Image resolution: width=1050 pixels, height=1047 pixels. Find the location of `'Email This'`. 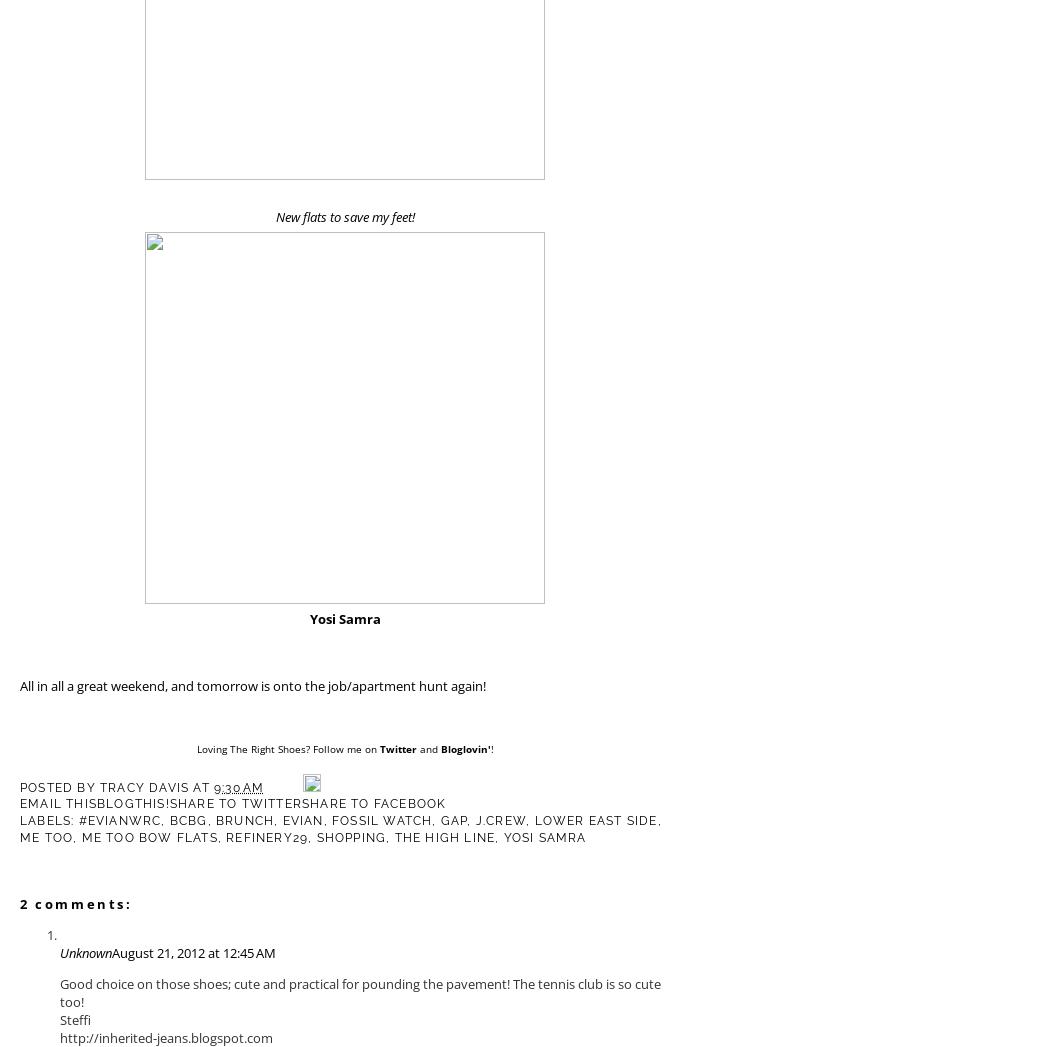

'Email This' is located at coordinates (57, 802).